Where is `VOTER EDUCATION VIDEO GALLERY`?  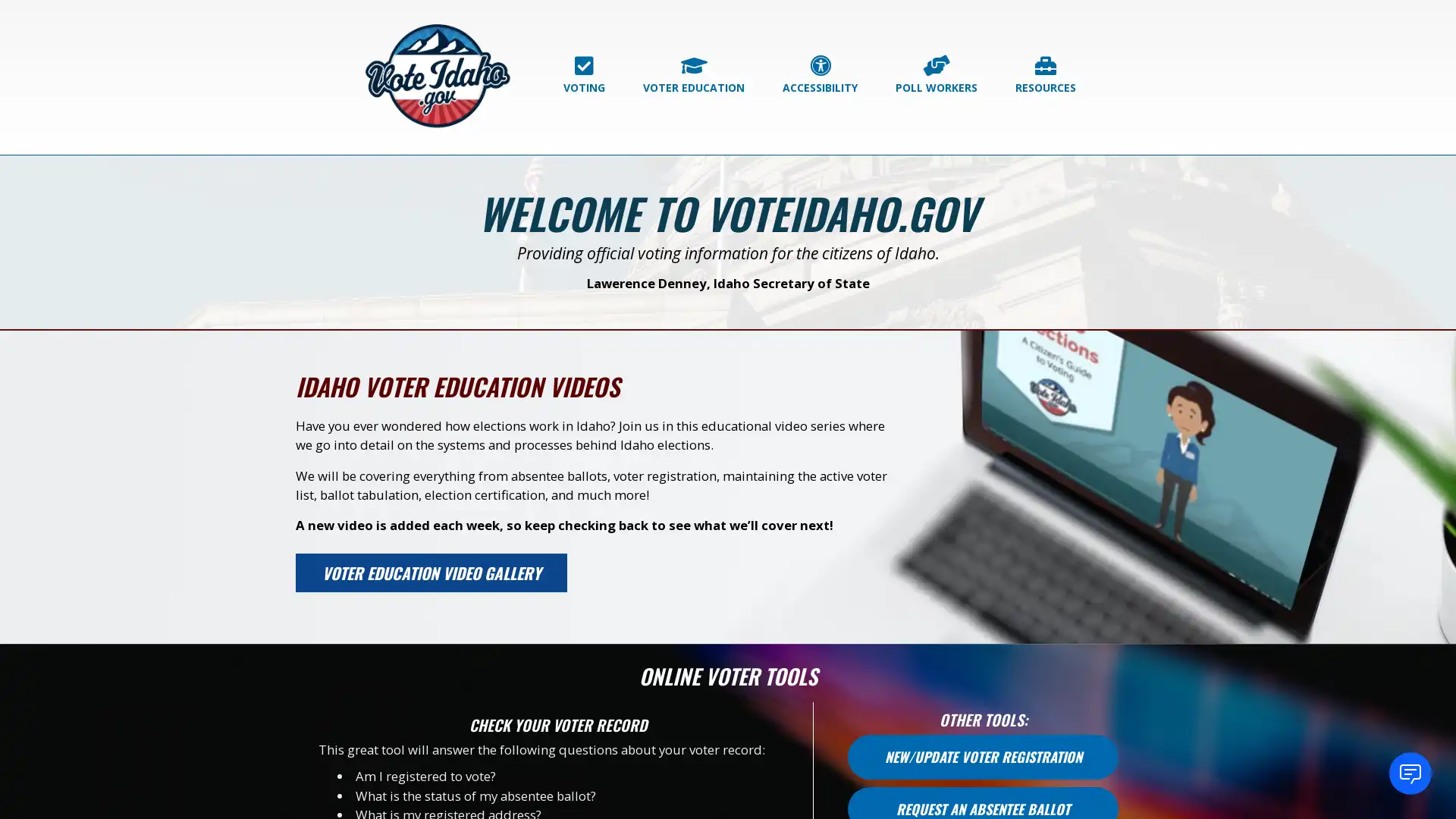 VOTER EDUCATION VIDEO GALLERY is located at coordinates (431, 573).